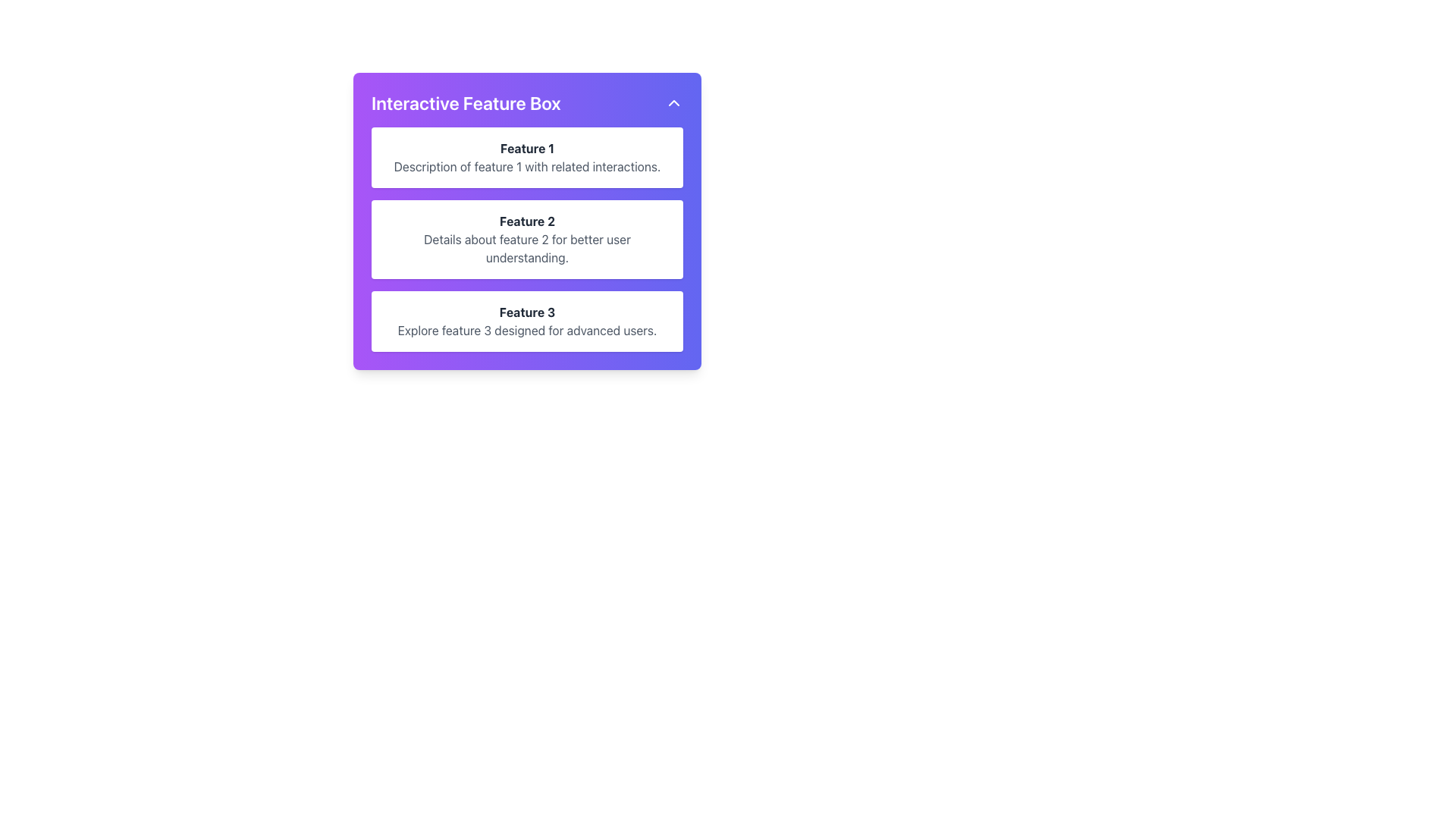  I want to click on the text element that contains 'Details about feature 2 for better user understanding.' located beneath the heading 'Feature 2' in a white rectangular section, so click(527, 247).